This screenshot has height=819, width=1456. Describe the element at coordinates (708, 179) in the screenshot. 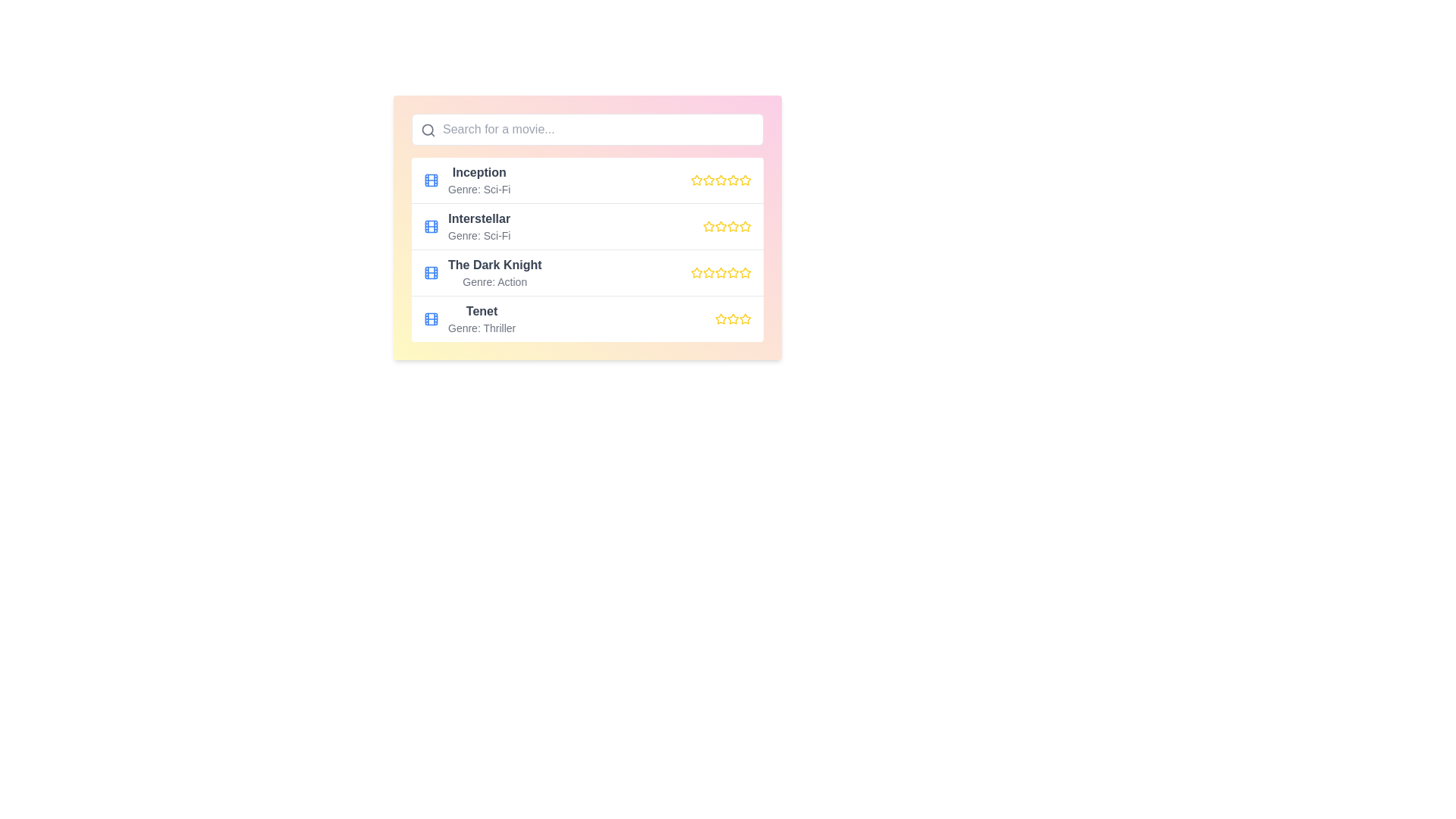

I see `the yellow star-shaped icon to rate the movie 'Inception', located on the right side of the 'Inception' row in the list of movie titles` at that location.